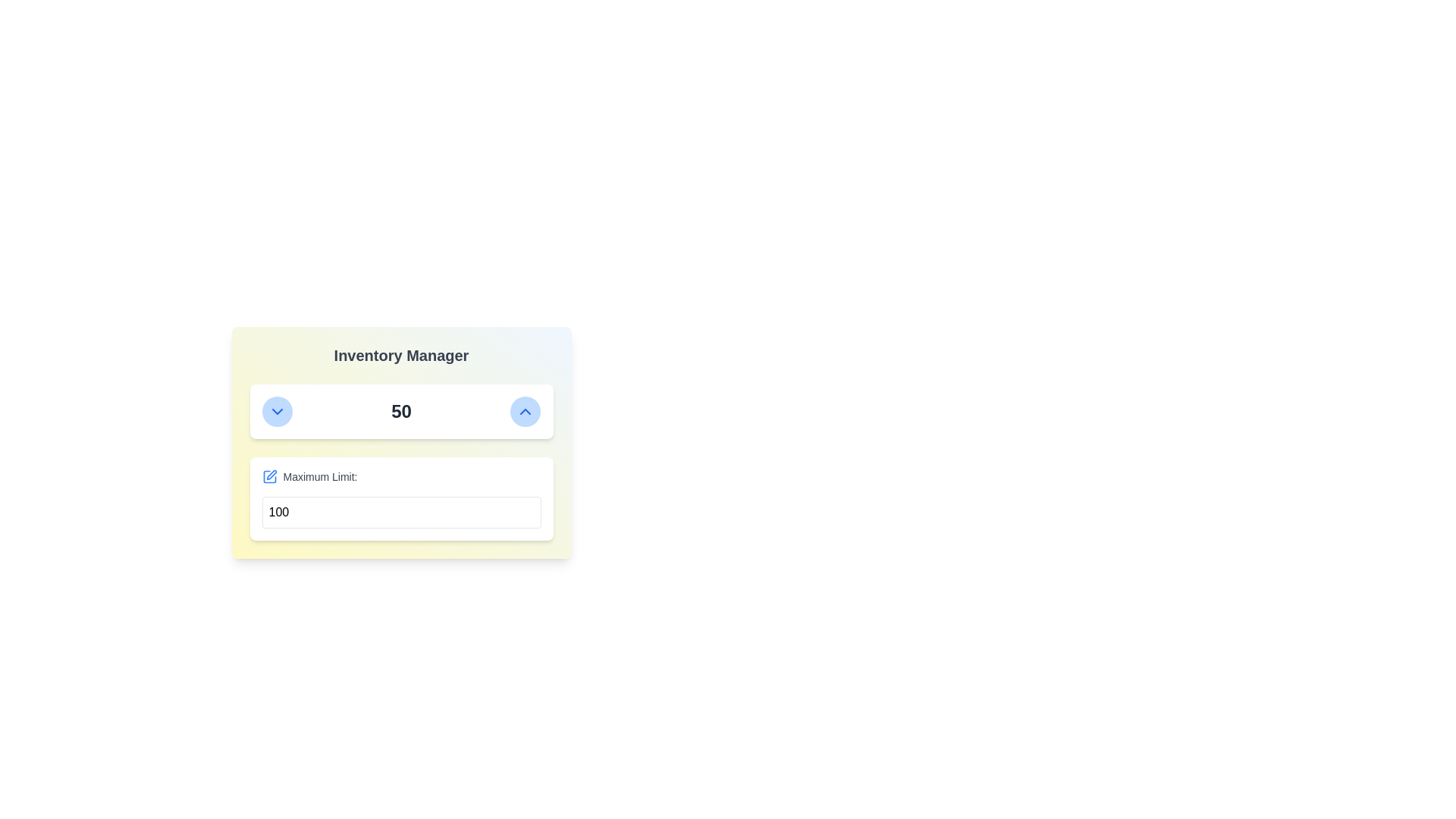 The image size is (1456, 819). Describe the element at coordinates (401, 412) in the screenshot. I see `the numeric display showing '50', which is styled in bold and centered between two circular buttons with arrows` at that location.